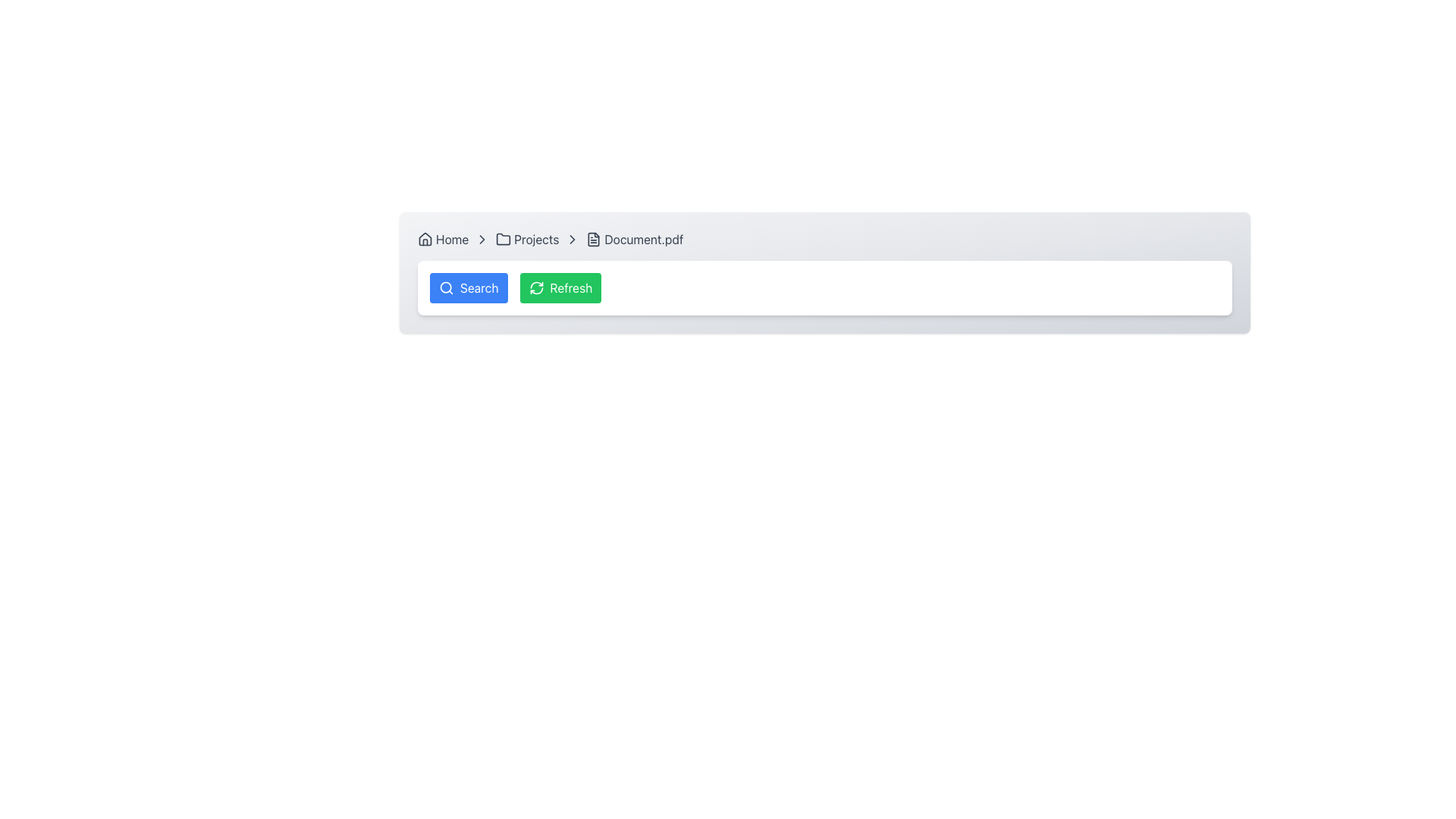  Describe the element at coordinates (570, 288) in the screenshot. I see `text label within the refresh button, which has a green background and is positioned to the right of a circular arrow icon` at that location.